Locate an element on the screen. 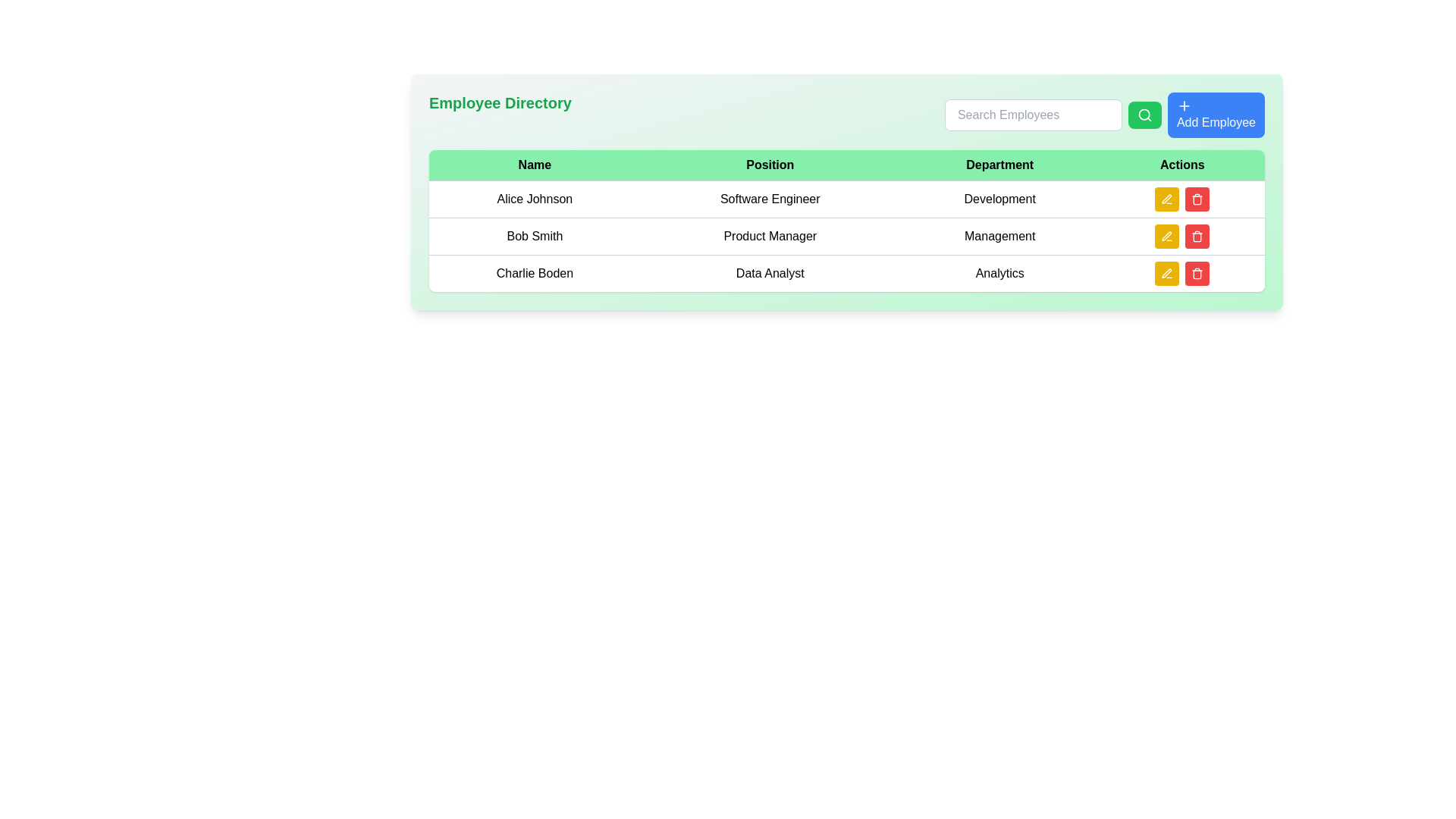 The width and height of the screenshot is (1456, 819). text label 'Position' which is styled in bold, dark font and is positioned as the second header in a list of headers is located at coordinates (770, 165).